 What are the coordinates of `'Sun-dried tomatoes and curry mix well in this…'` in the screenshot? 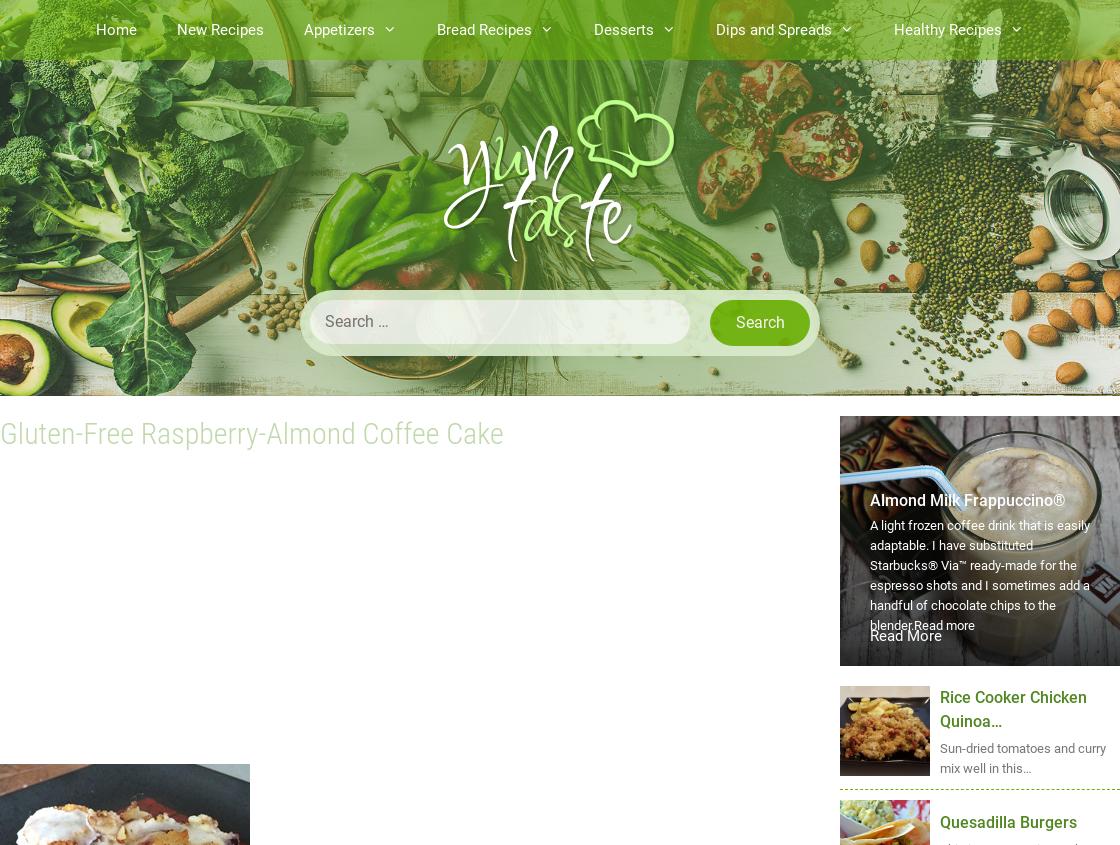 It's located at (1023, 757).